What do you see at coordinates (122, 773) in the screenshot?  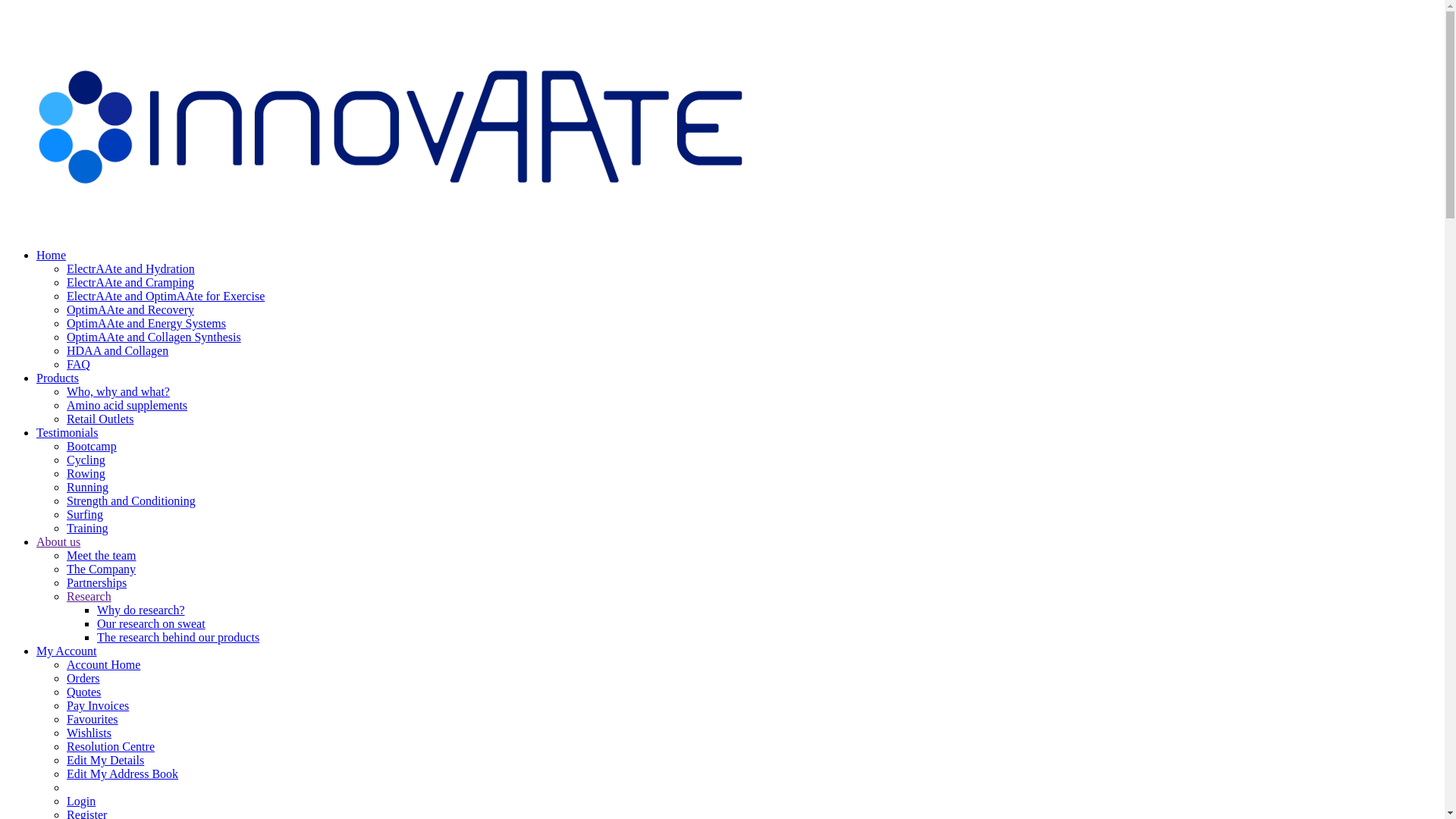 I see `'Edit My Address Book'` at bounding box center [122, 773].